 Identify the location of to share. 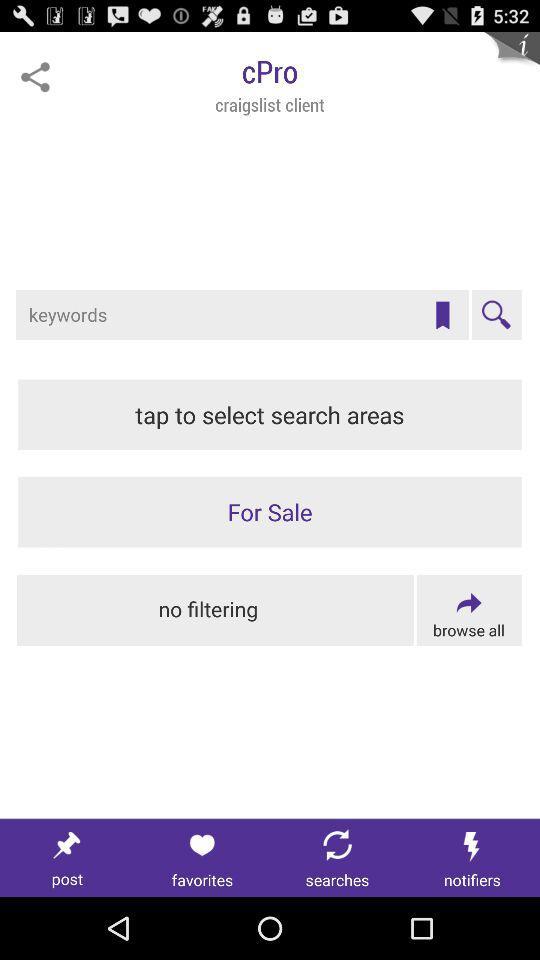
(35, 77).